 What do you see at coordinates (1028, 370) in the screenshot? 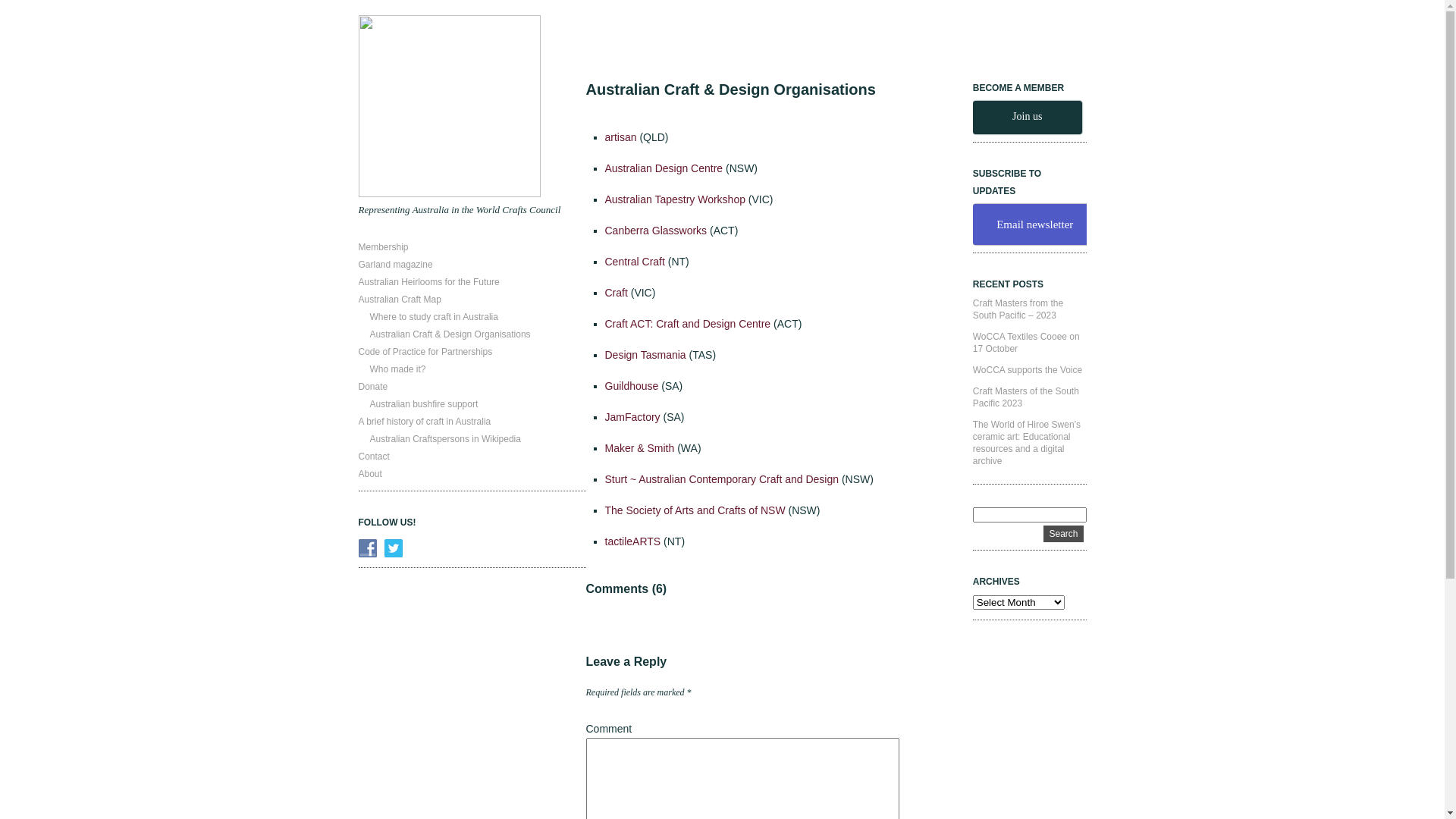
I see `'WoCCA supports the Voice'` at bounding box center [1028, 370].